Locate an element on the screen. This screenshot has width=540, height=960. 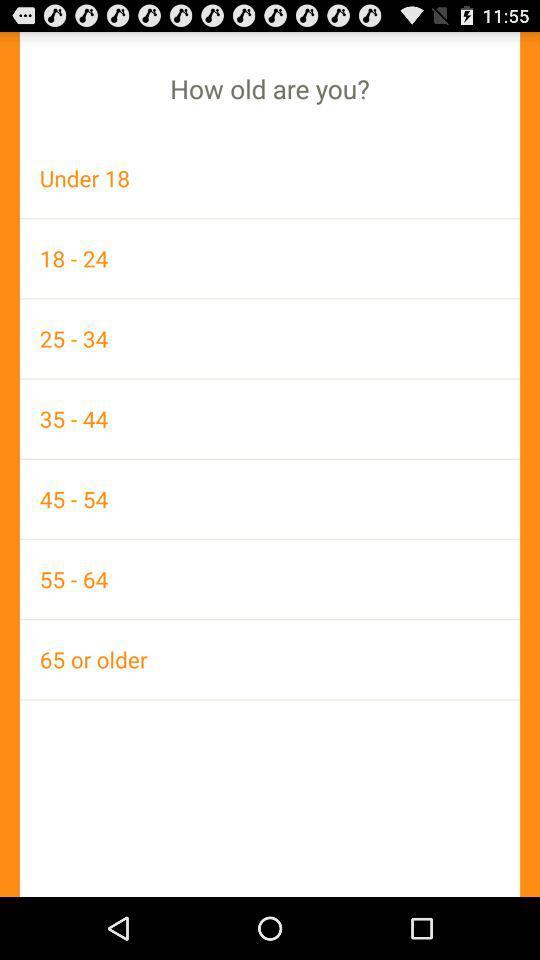
the 65 or older item is located at coordinates (270, 658).